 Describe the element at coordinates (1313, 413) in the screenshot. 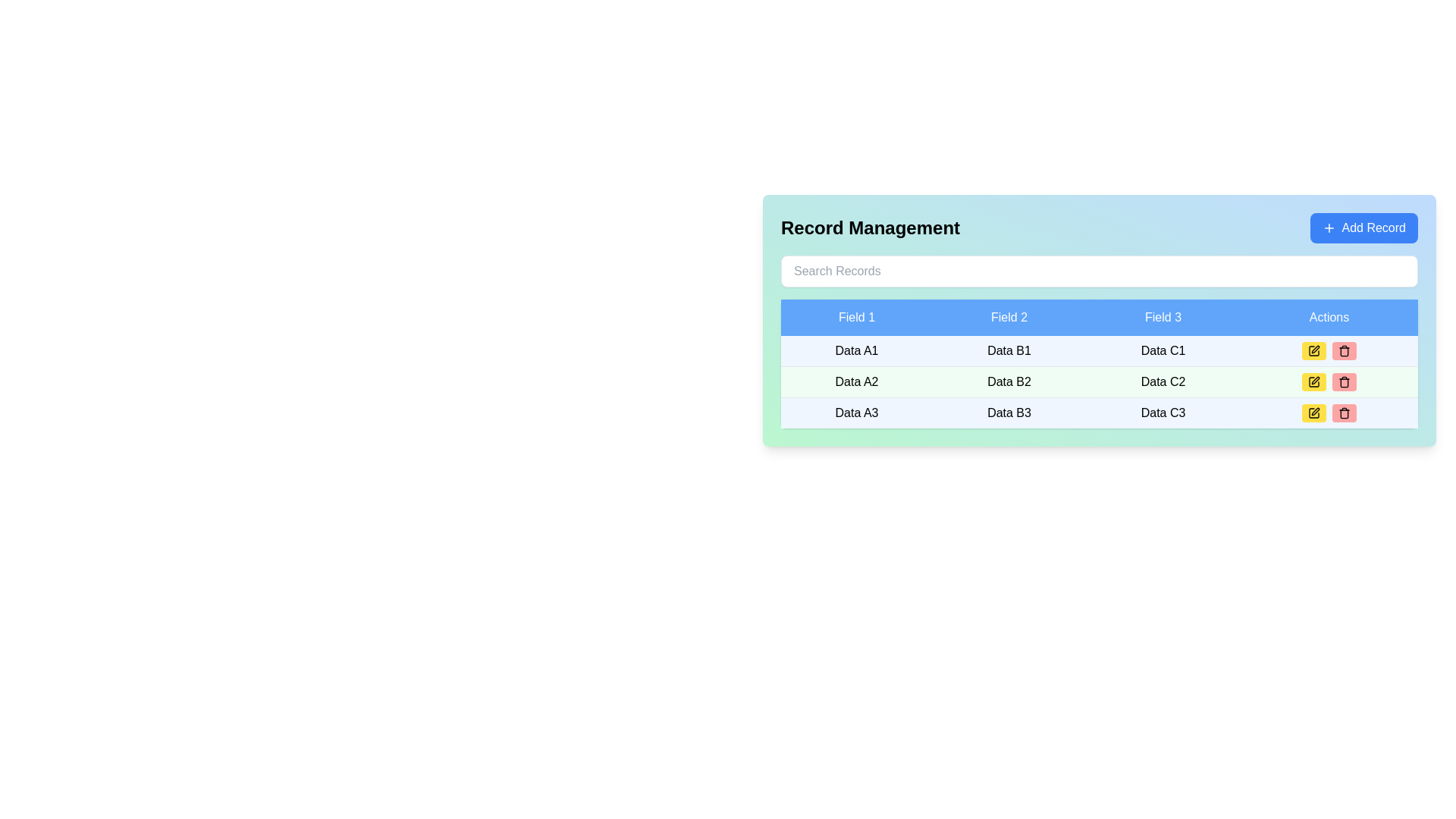

I see `the edit icon styled as a pen within the yellow button located in the 'Actions' column of the last row of the table` at that location.